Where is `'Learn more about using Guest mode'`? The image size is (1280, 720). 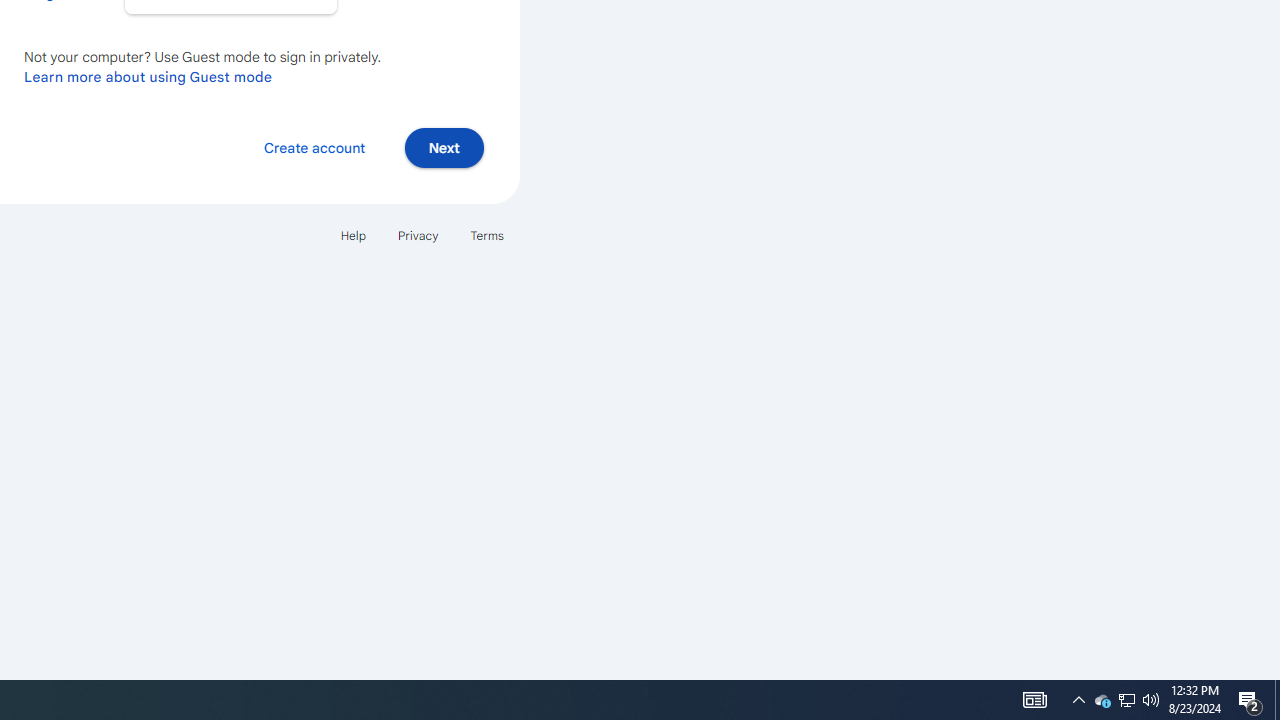
'Learn more about using Guest mode' is located at coordinates (147, 75).